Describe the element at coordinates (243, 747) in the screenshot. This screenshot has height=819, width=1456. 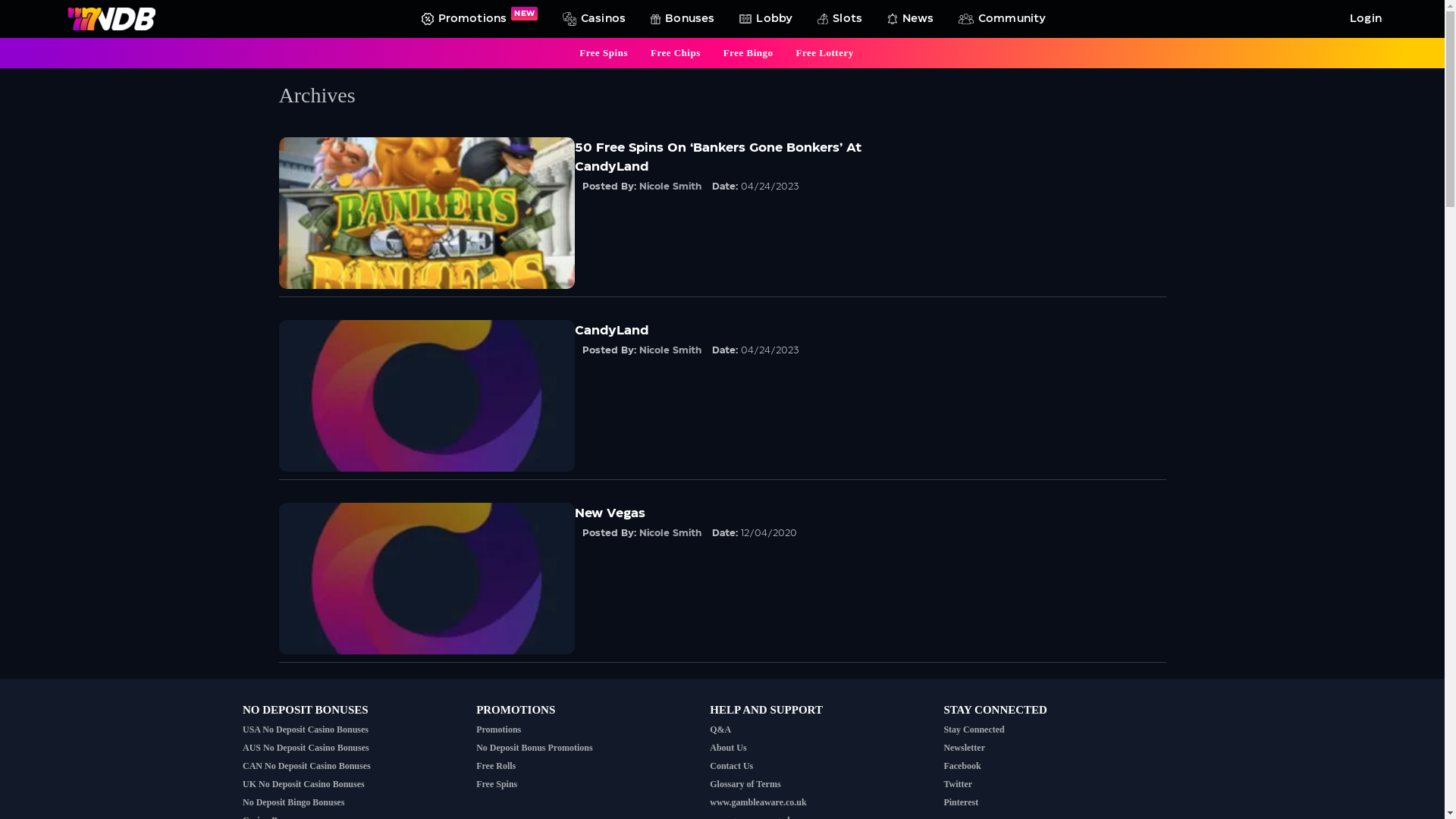
I see `'AUS No Deposit Casino Bonuses'` at that location.